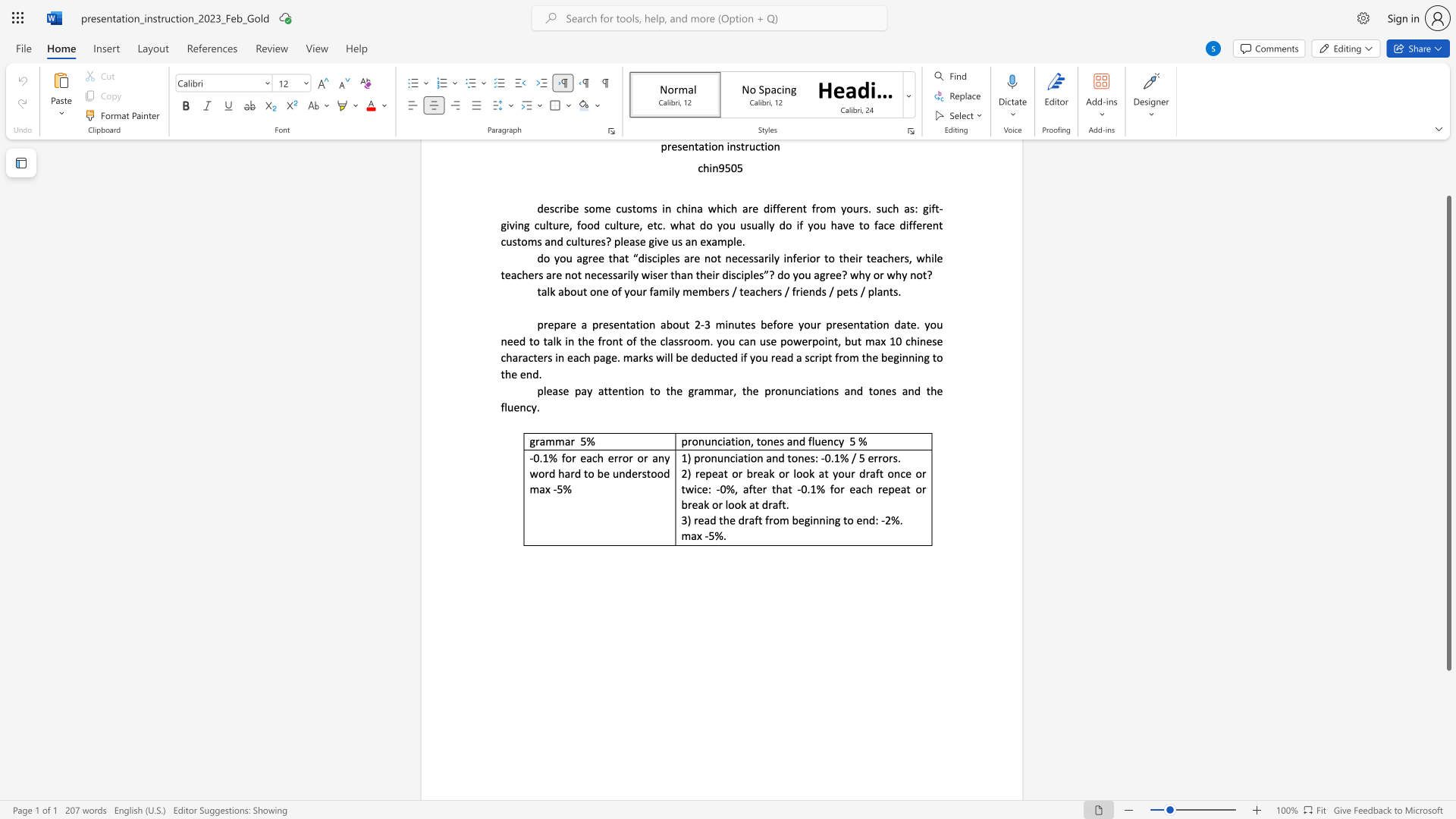  What do you see at coordinates (1448, 433) in the screenshot?
I see `the scrollbar and move up 90 pixels` at bounding box center [1448, 433].